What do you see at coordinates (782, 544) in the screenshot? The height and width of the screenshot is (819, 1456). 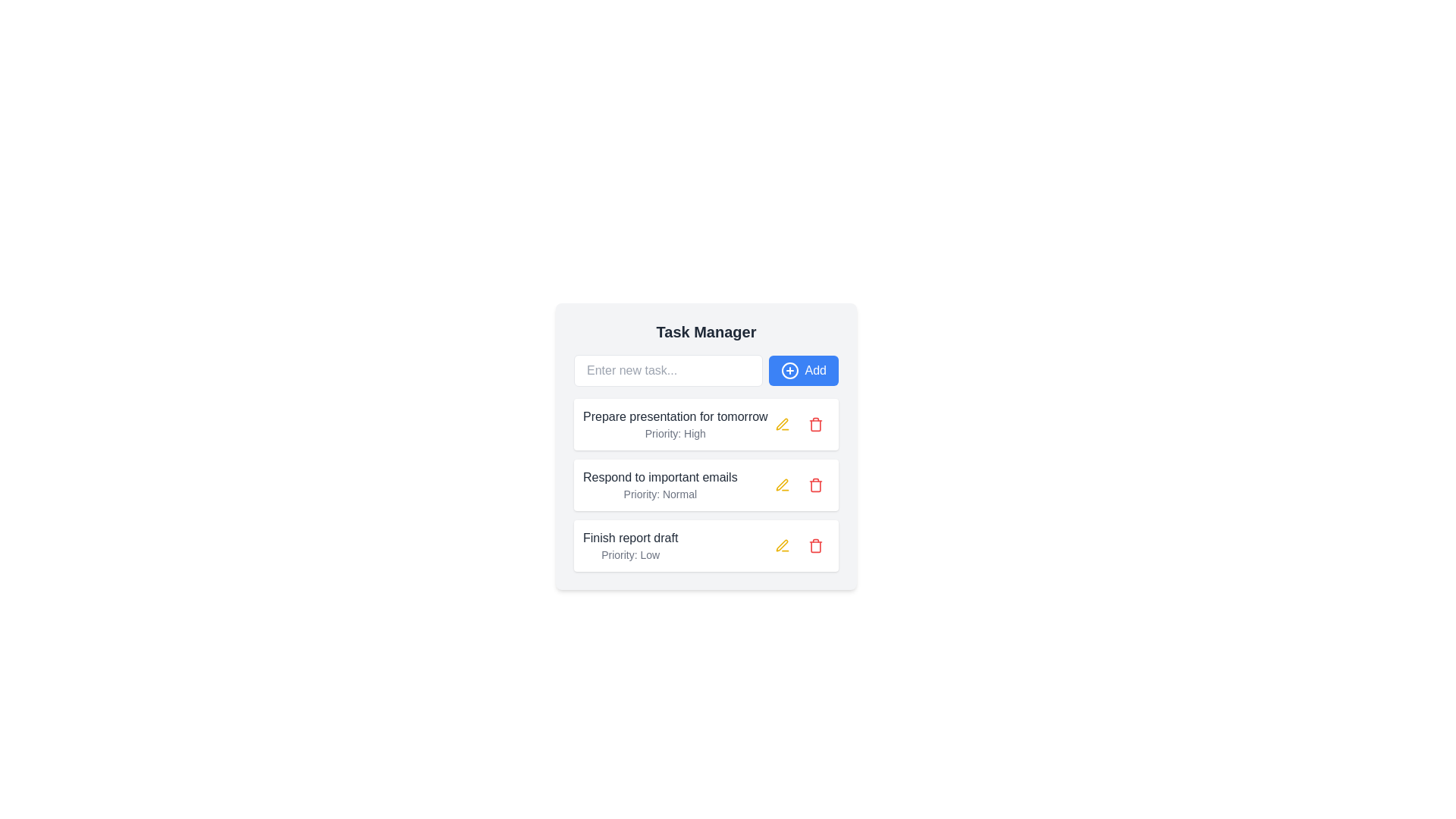 I see `the small yellow pen icon located within the Task Manager interface, which is positioned to the left of the red trash can icon` at bounding box center [782, 544].